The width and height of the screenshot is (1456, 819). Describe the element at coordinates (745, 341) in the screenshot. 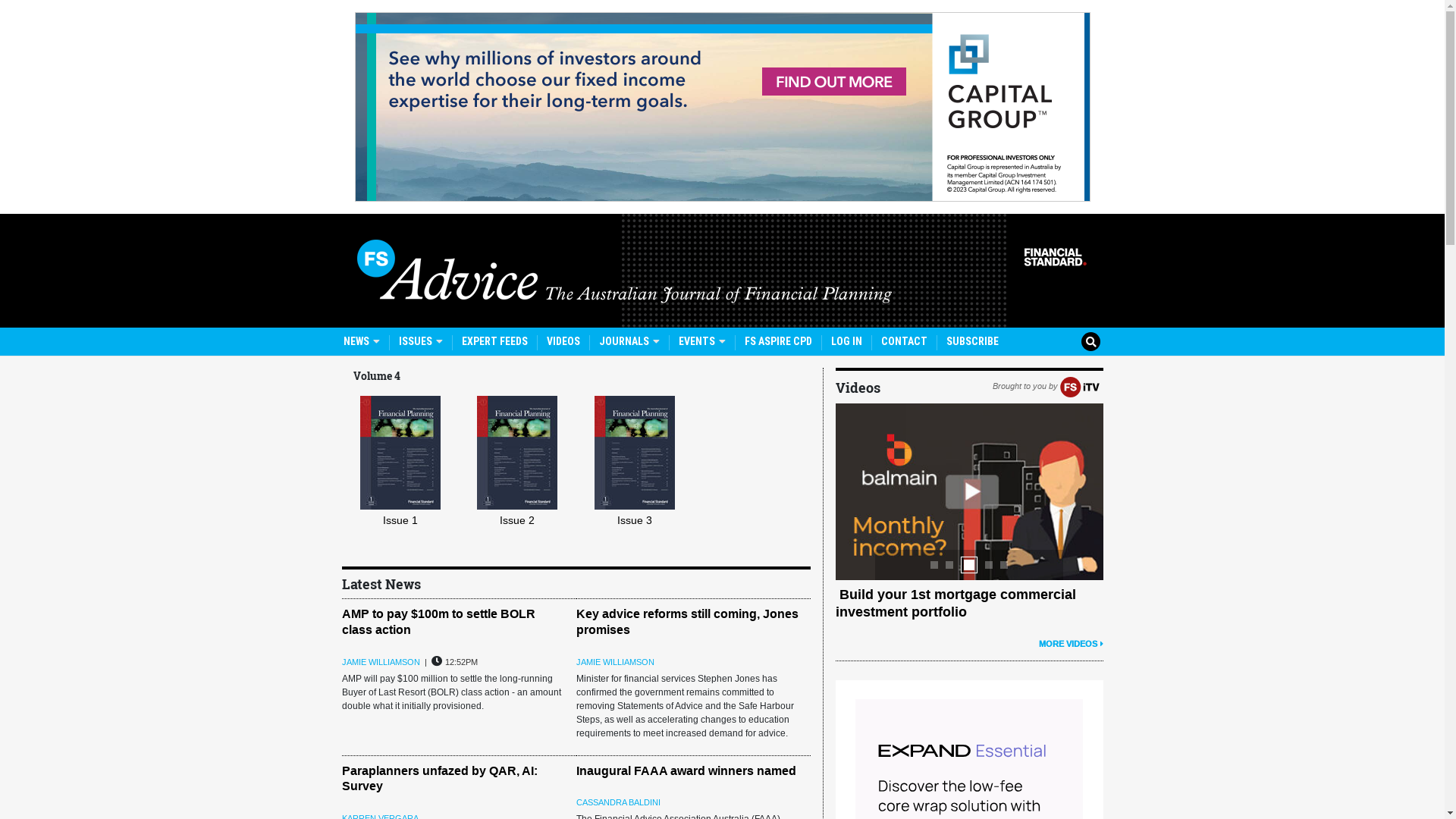

I see `'FS ASPIRE CPD'` at that location.